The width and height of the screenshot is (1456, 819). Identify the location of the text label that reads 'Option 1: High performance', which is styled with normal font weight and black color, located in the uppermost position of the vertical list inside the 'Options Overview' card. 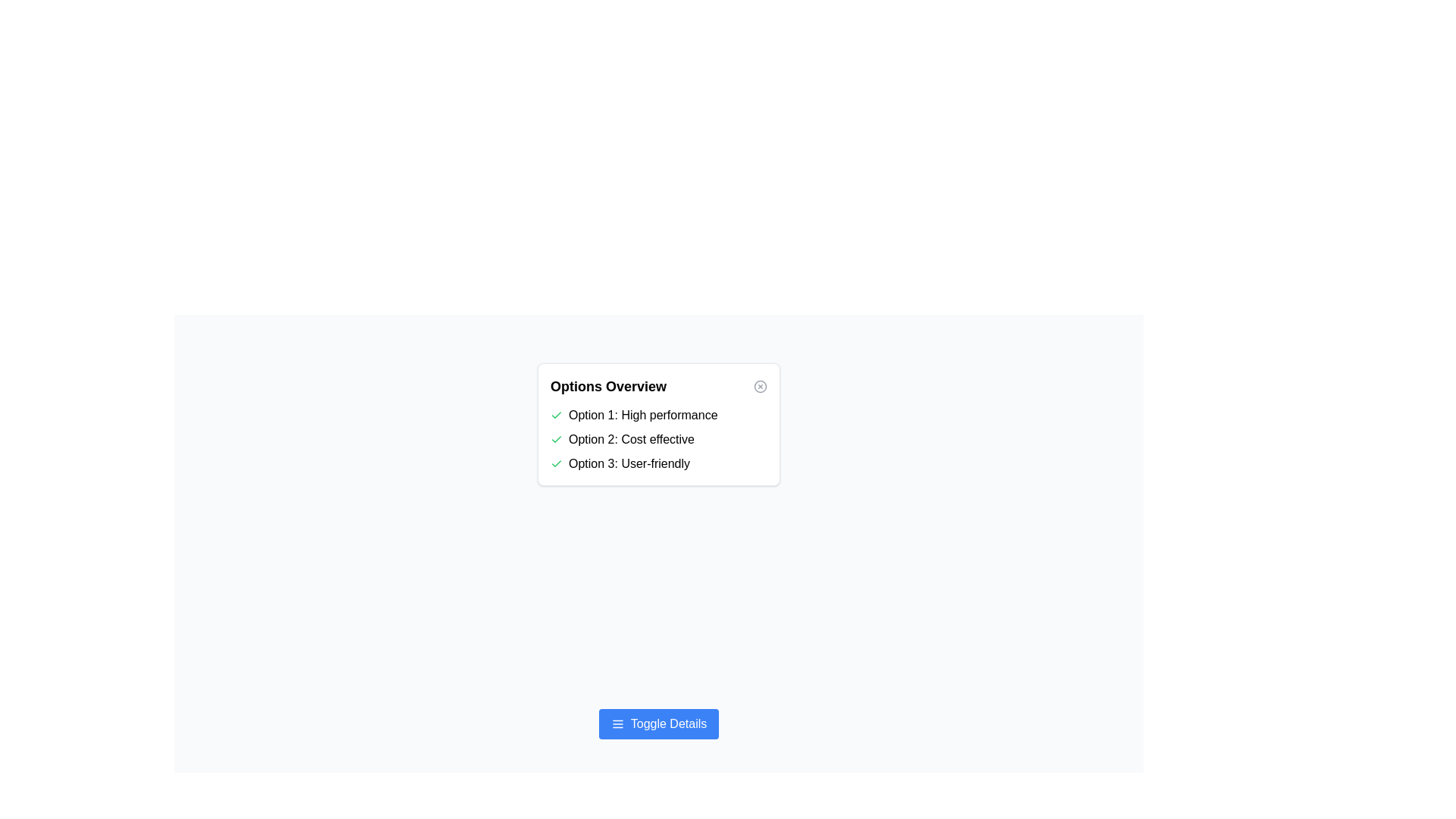
(643, 415).